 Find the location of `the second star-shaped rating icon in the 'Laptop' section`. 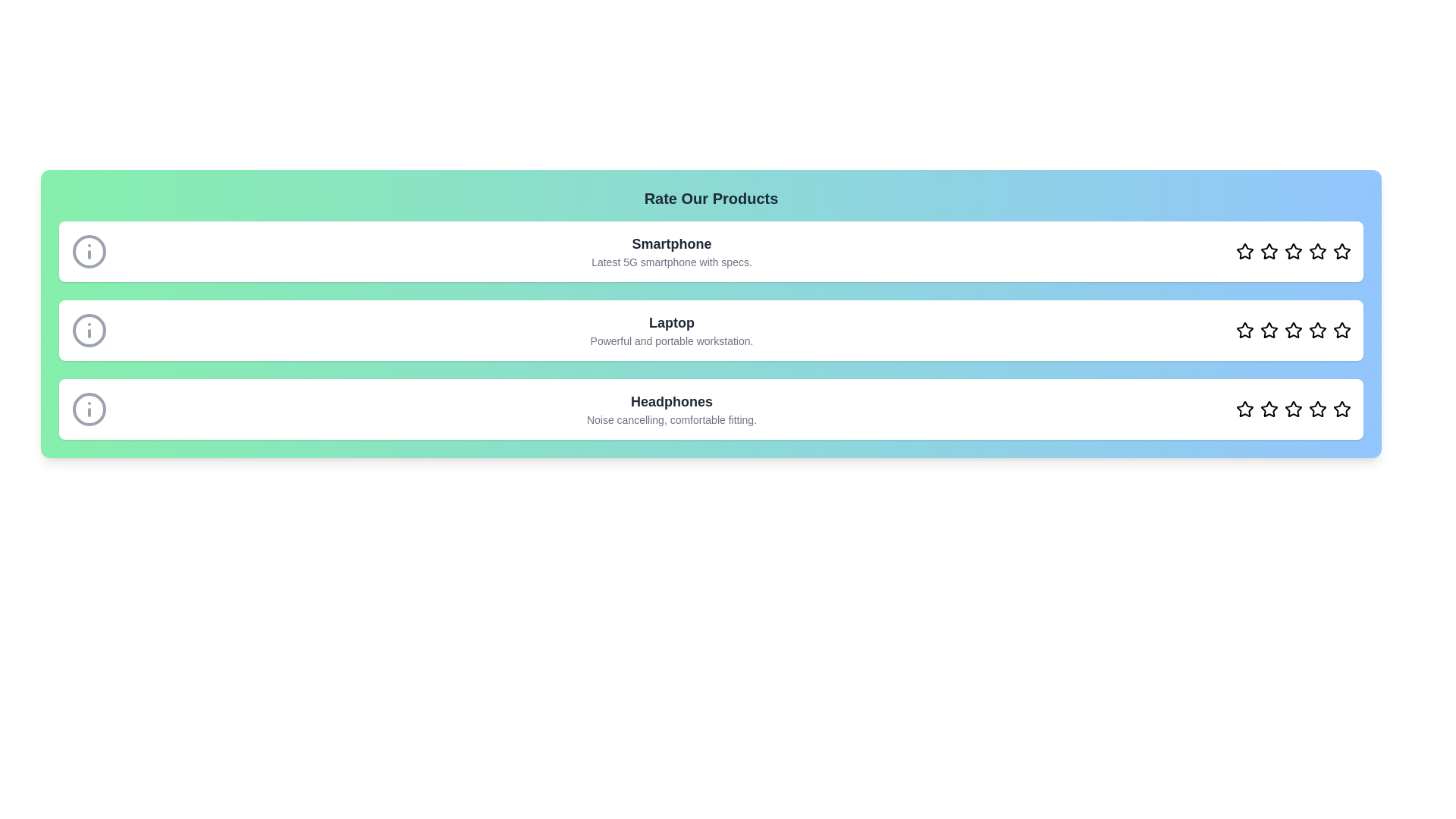

the second star-shaped rating icon in the 'Laptop' section is located at coordinates (1244, 329).